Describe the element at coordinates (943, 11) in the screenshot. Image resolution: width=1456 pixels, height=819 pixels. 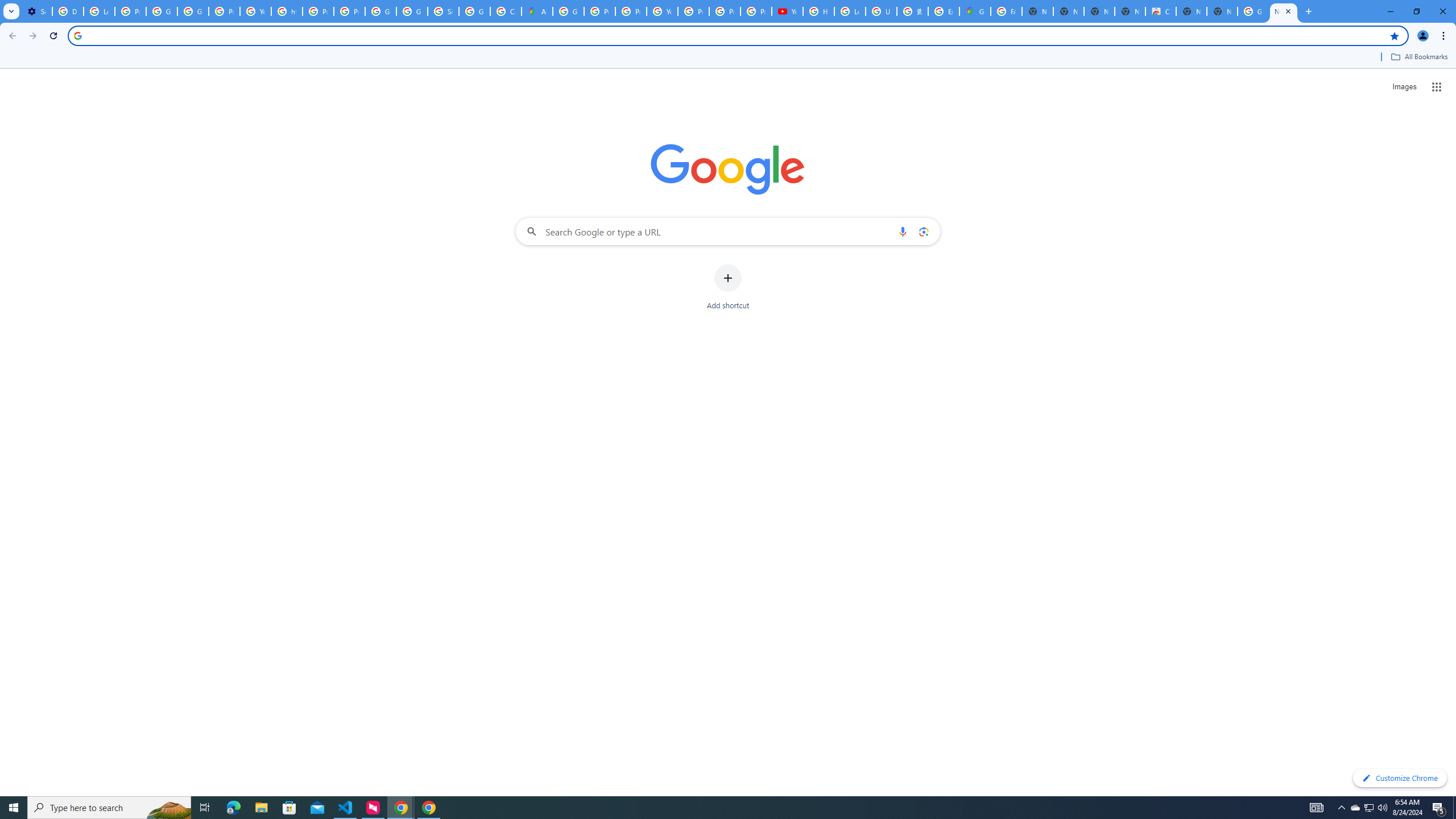
I see `'Explore new street-level details - Google Maps Help'` at that location.